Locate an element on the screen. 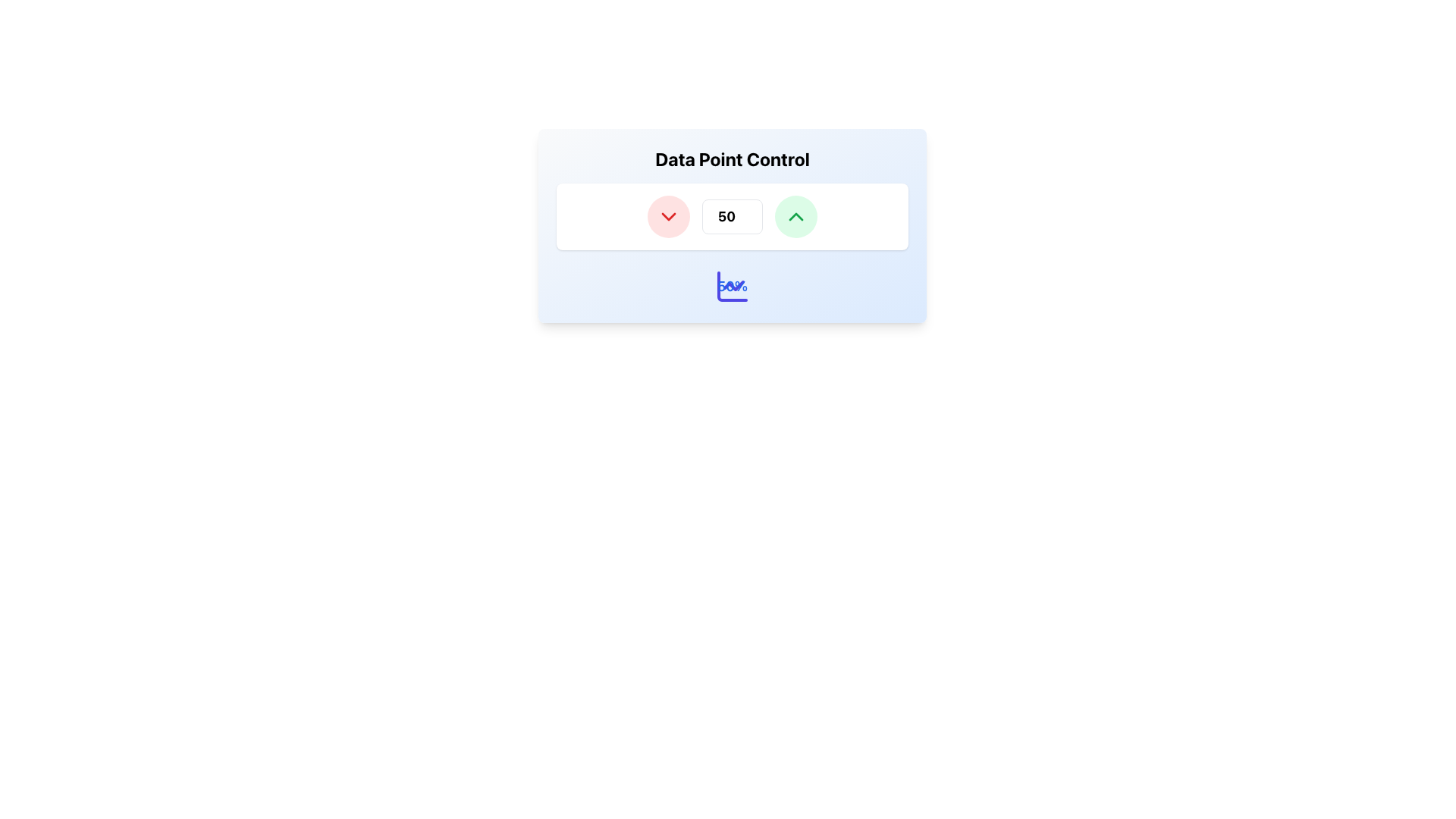  the upward-pointing chevron icon with a green outline located in the circular button on the right side of the horizontal control panel is located at coordinates (795, 216).